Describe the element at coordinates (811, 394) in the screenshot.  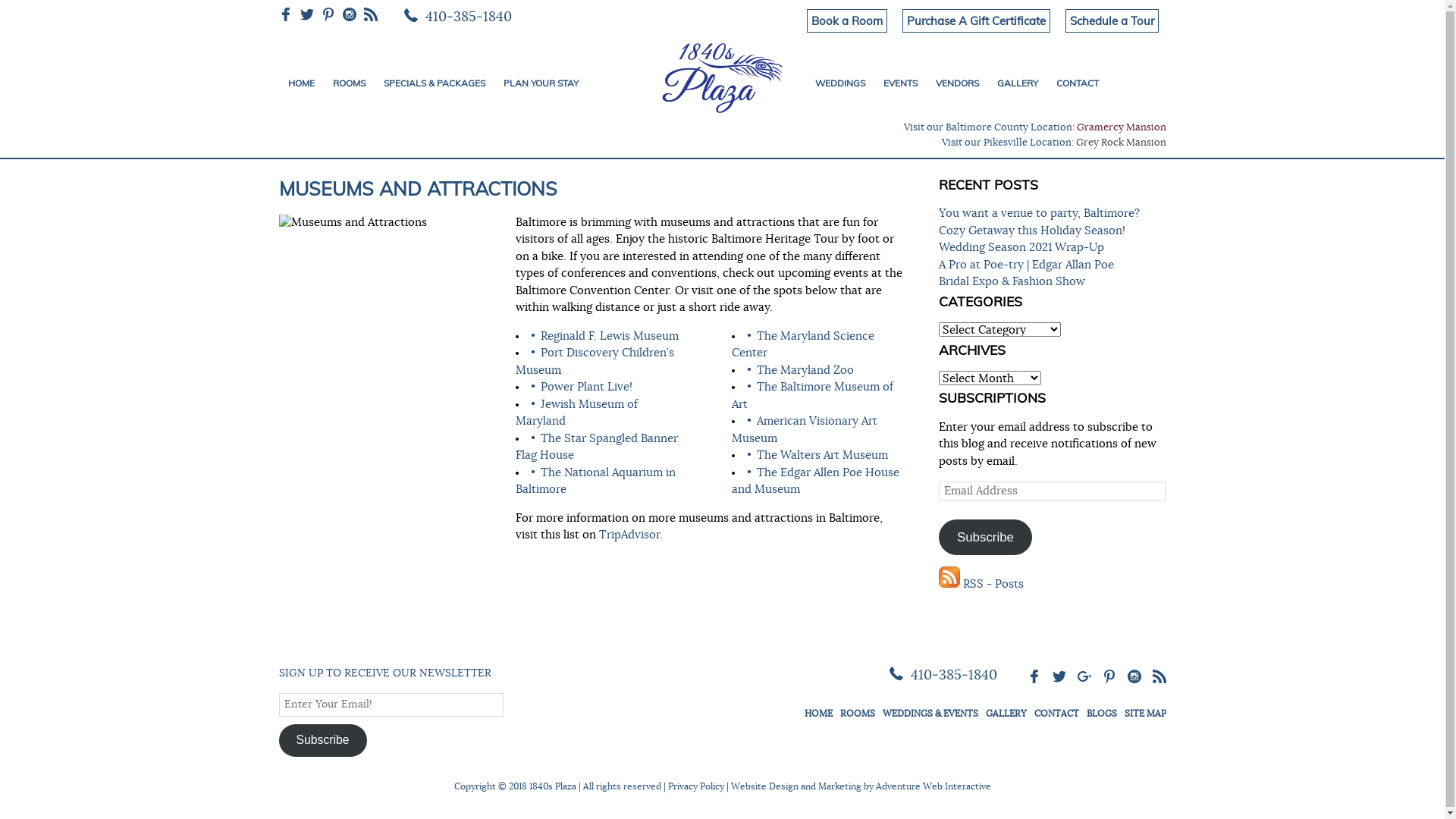
I see `'The Baltimore Museum of Art'` at that location.